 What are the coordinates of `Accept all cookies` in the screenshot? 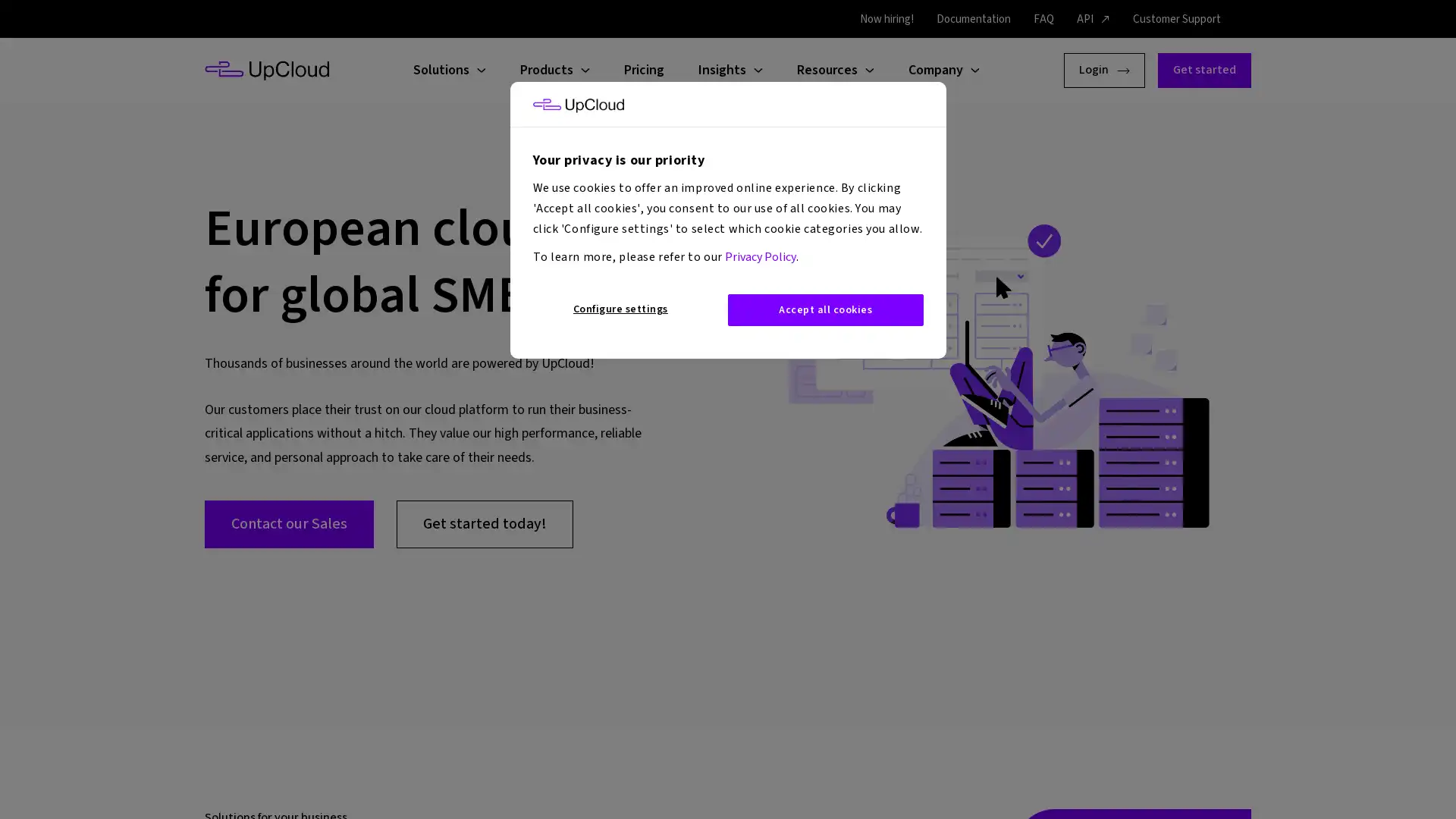 It's located at (824, 309).